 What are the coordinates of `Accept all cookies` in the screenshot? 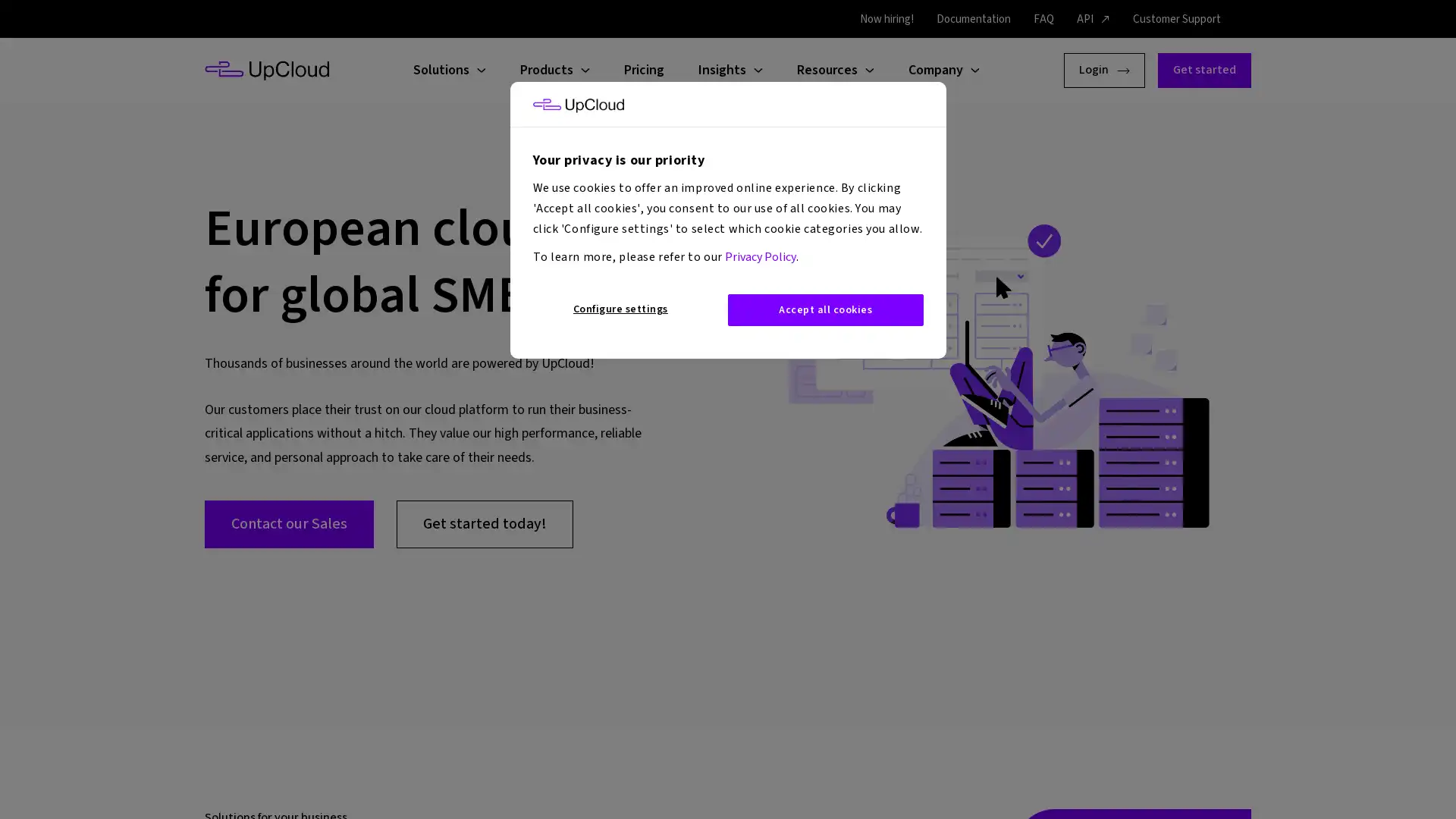 It's located at (824, 309).